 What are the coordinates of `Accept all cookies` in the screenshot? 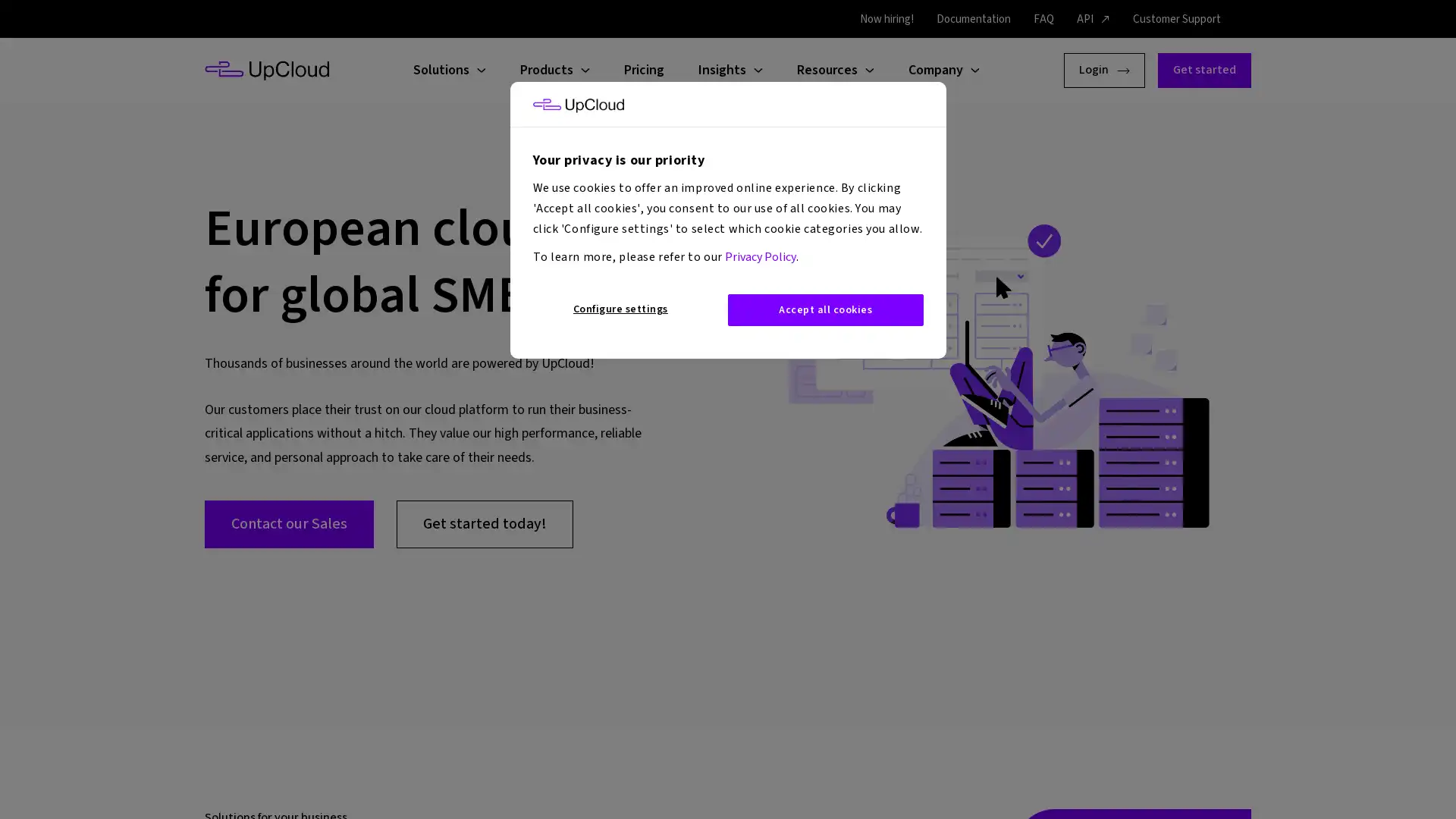 It's located at (824, 309).